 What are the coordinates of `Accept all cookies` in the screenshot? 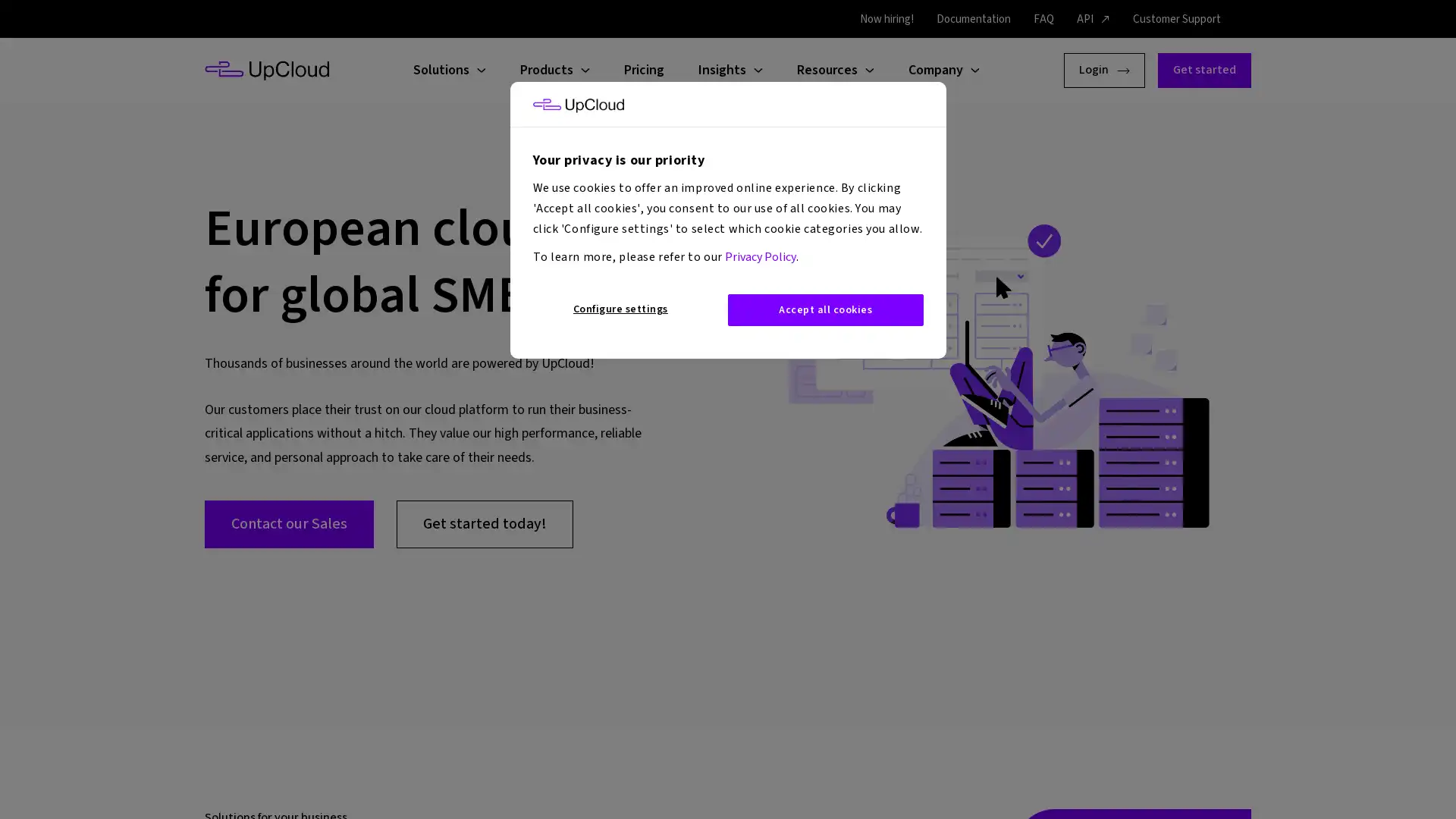 It's located at (824, 309).